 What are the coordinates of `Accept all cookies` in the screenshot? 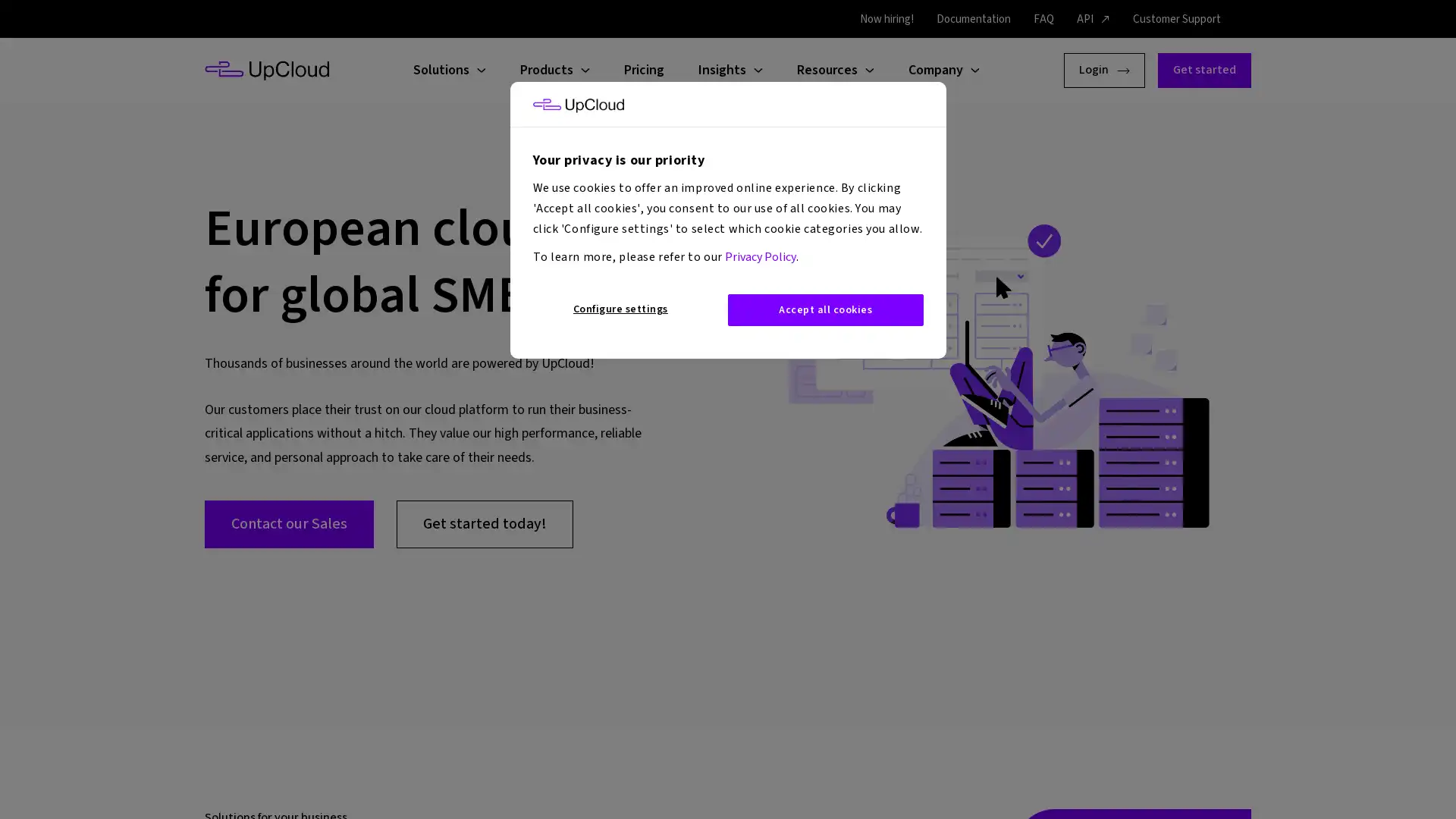 It's located at (824, 309).